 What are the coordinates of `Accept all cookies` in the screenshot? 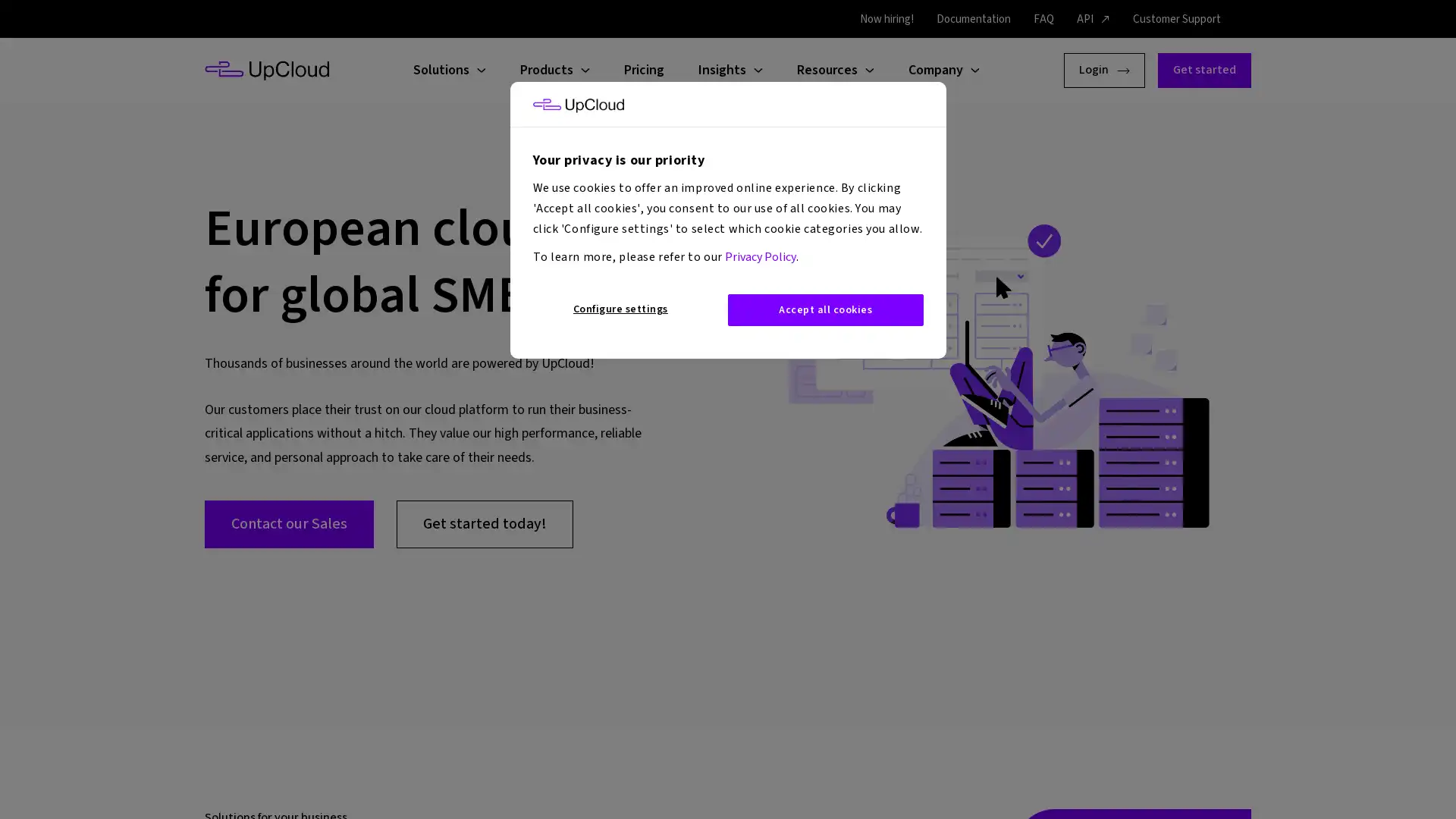 It's located at (824, 309).